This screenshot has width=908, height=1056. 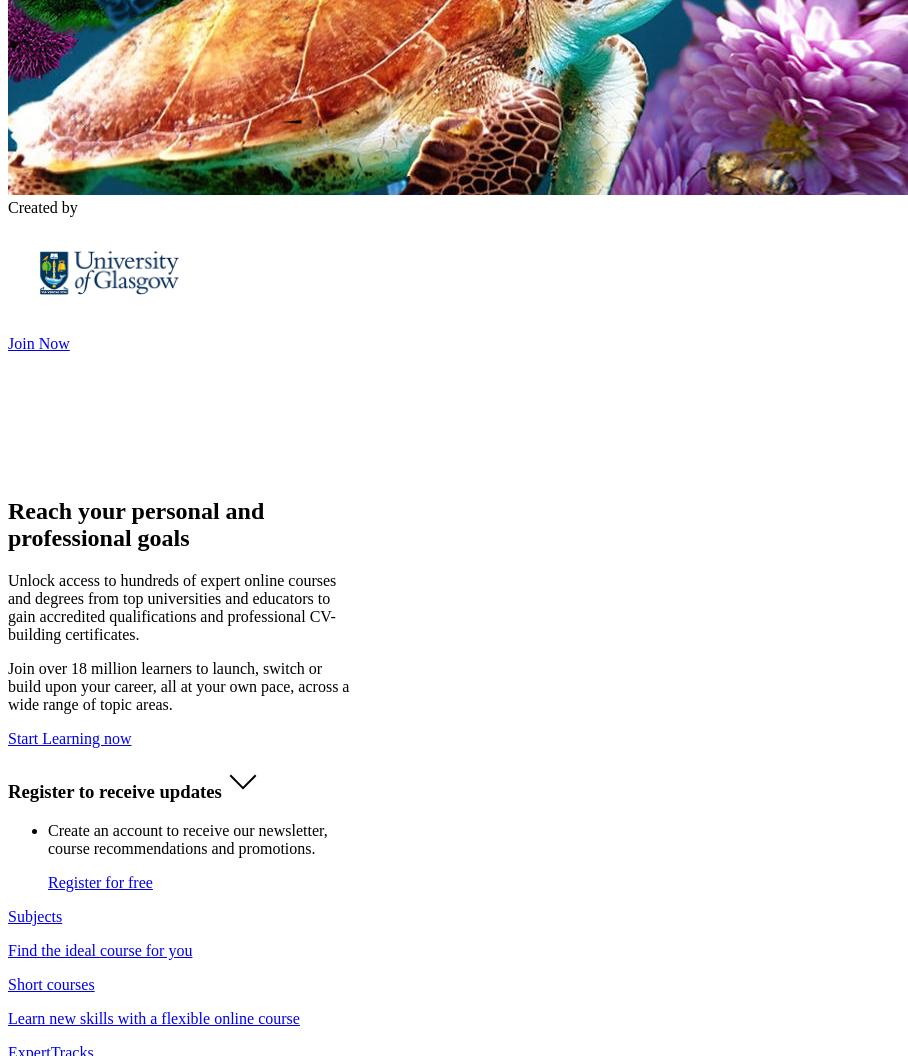 I want to click on 'Created by', so click(x=42, y=205).